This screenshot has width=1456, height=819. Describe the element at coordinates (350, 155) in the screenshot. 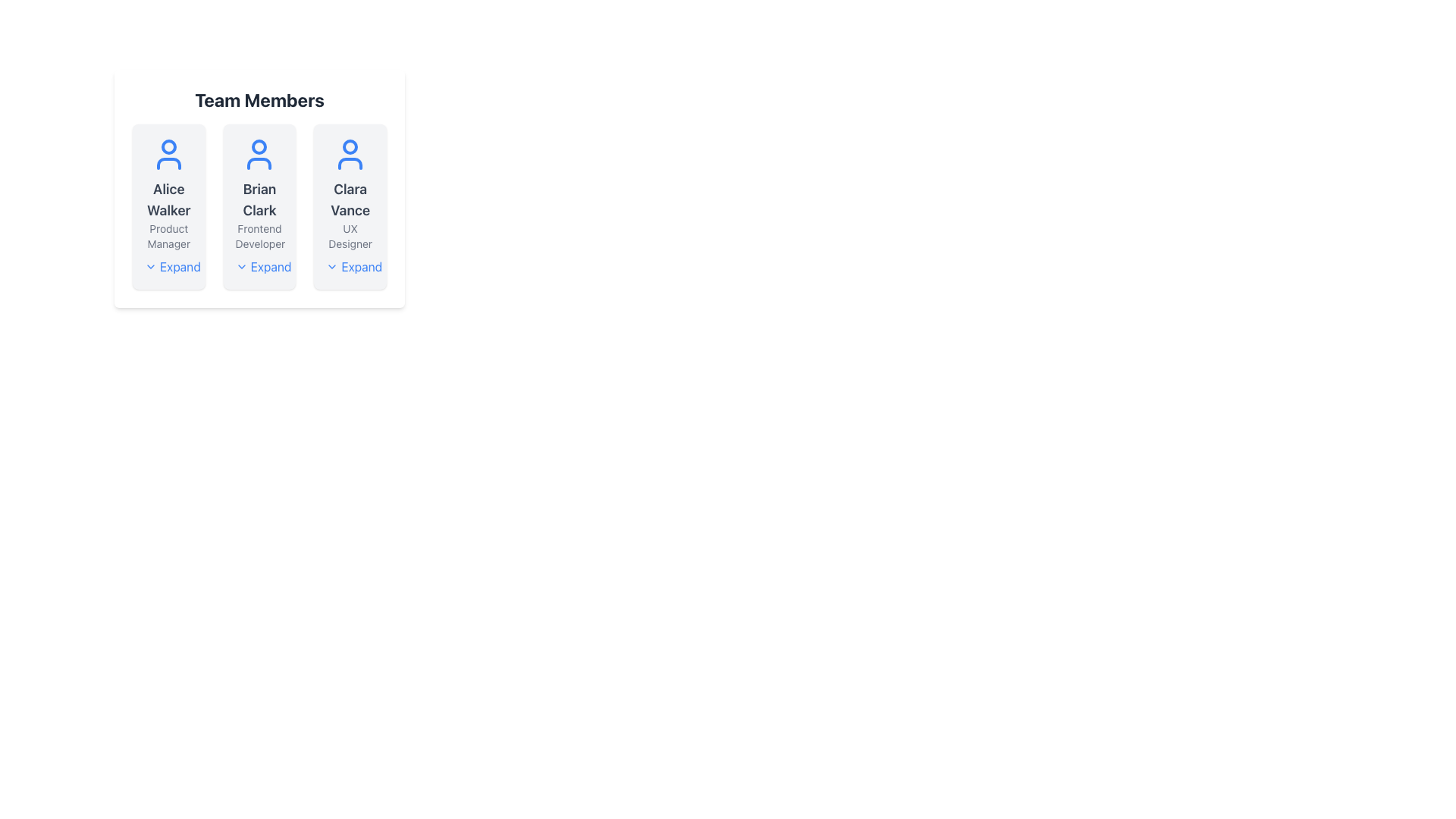

I see `the icon representing Clara Vance, which is positioned above her name and role as a UX Designer in the Team Members group` at that location.